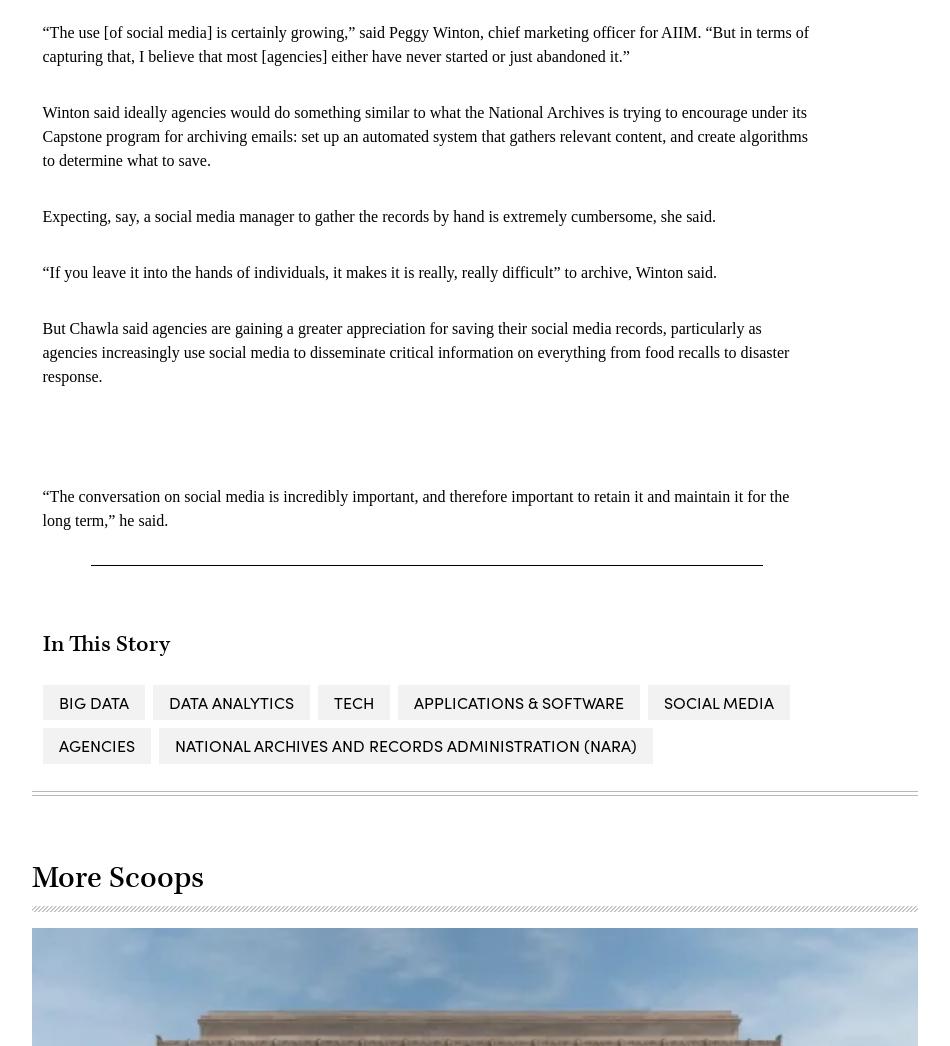 Image resolution: width=950 pixels, height=1046 pixels. I want to click on 'big data', so click(93, 701).